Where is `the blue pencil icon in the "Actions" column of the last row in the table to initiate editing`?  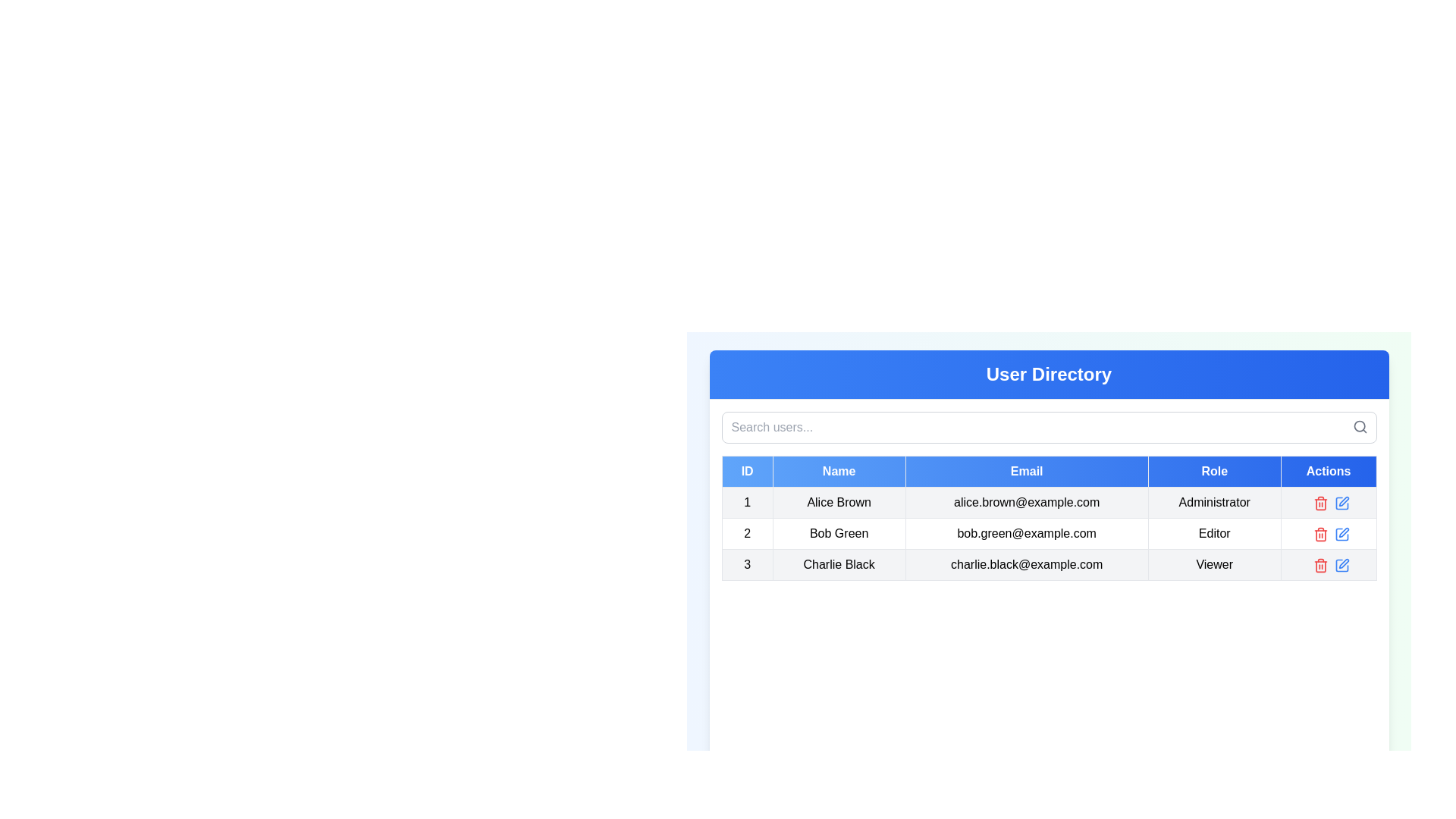 the blue pencil icon in the "Actions" column of the last row in the table to initiate editing is located at coordinates (1342, 564).